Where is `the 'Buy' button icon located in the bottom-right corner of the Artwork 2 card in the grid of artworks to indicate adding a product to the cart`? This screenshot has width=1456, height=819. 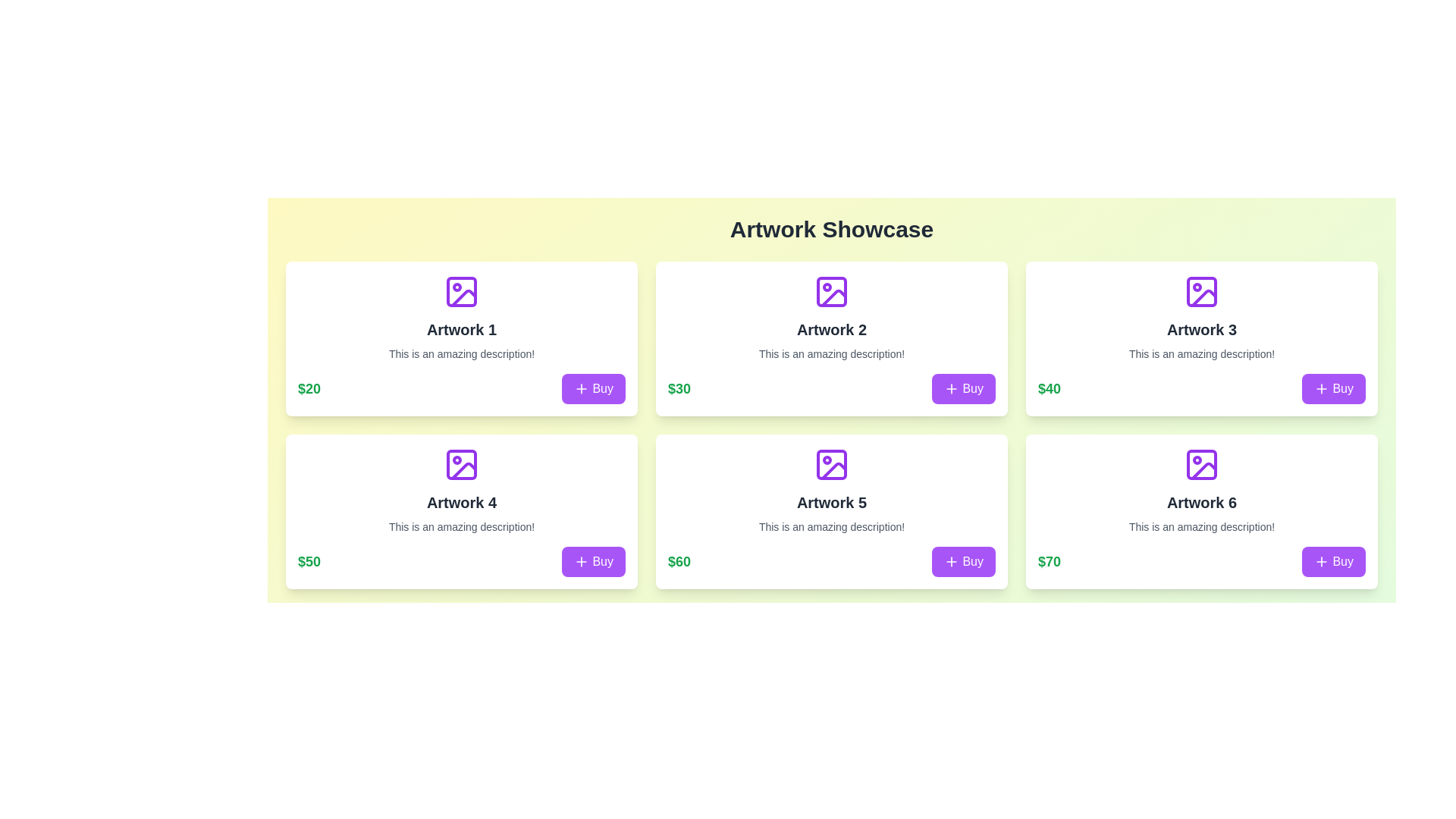
the 'Buy' button icon located in the bottom-right corner of the Artwork 2 card in the grid of artworks to indicate adding a product to the cart is located at coordinates (951, 388).